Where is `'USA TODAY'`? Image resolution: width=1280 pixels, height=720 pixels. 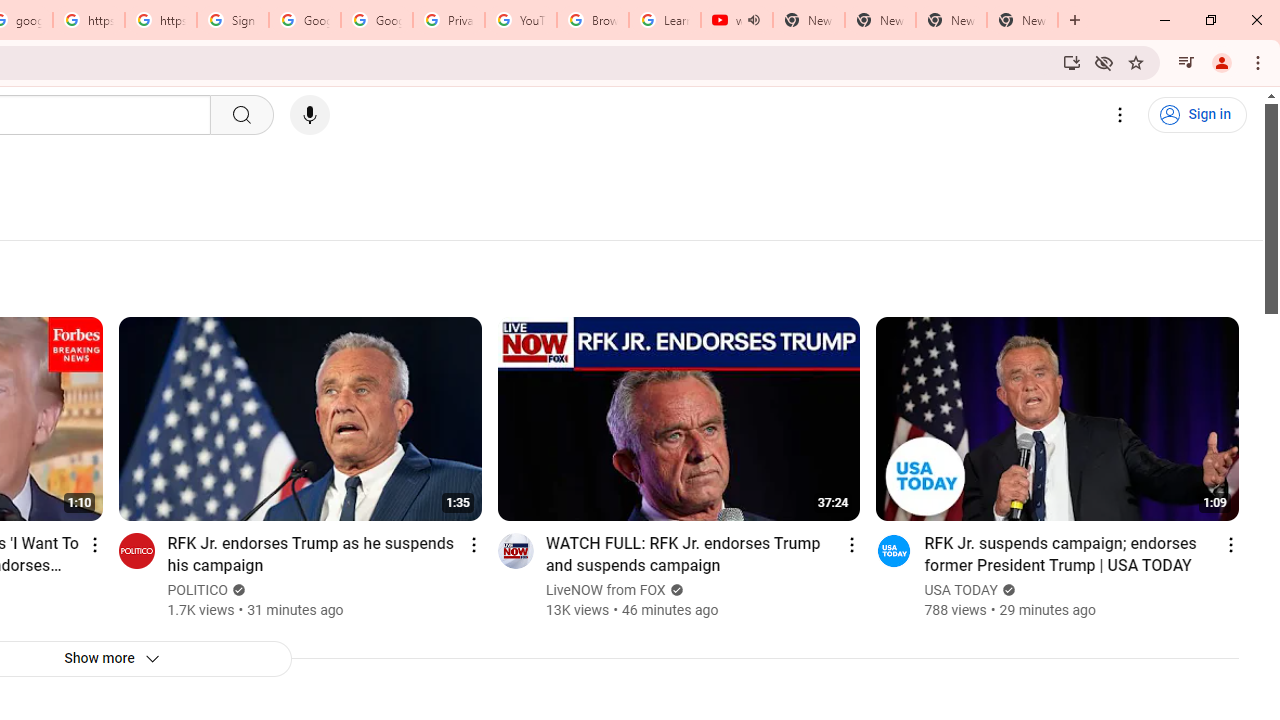
'USA TODAY' is located at coordinates (961, 589).